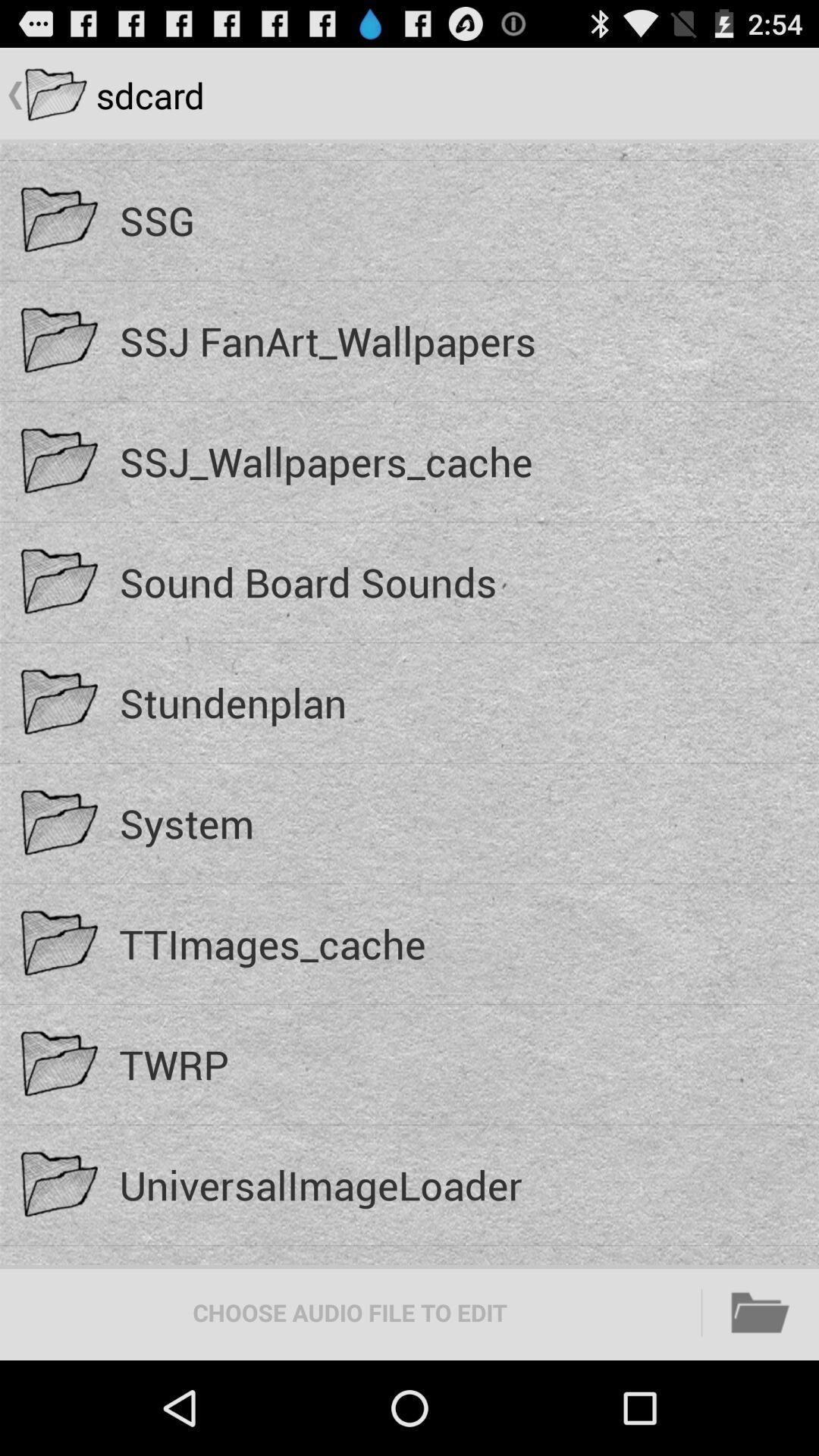 The height and width of the screenshot is (1456, 819). Describe the element at coordinates (761, 1312) in the screenshot. I see `item to the right of the choose audio file icon` at that location.